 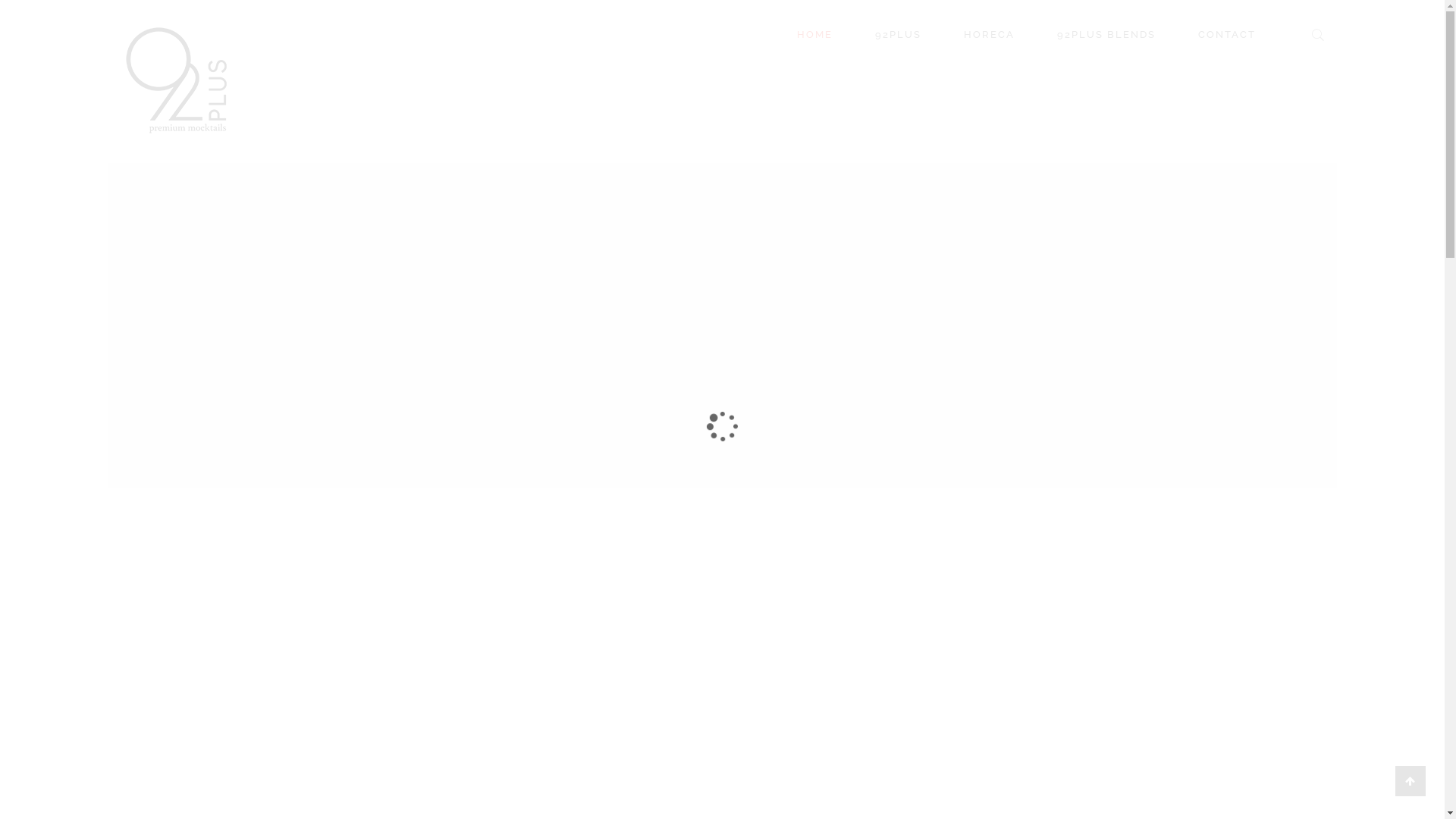 What do you see at coordinates (1236, 34) in the screenshot?
I see `'CONTACT'` at bounding box center [1236, 34].